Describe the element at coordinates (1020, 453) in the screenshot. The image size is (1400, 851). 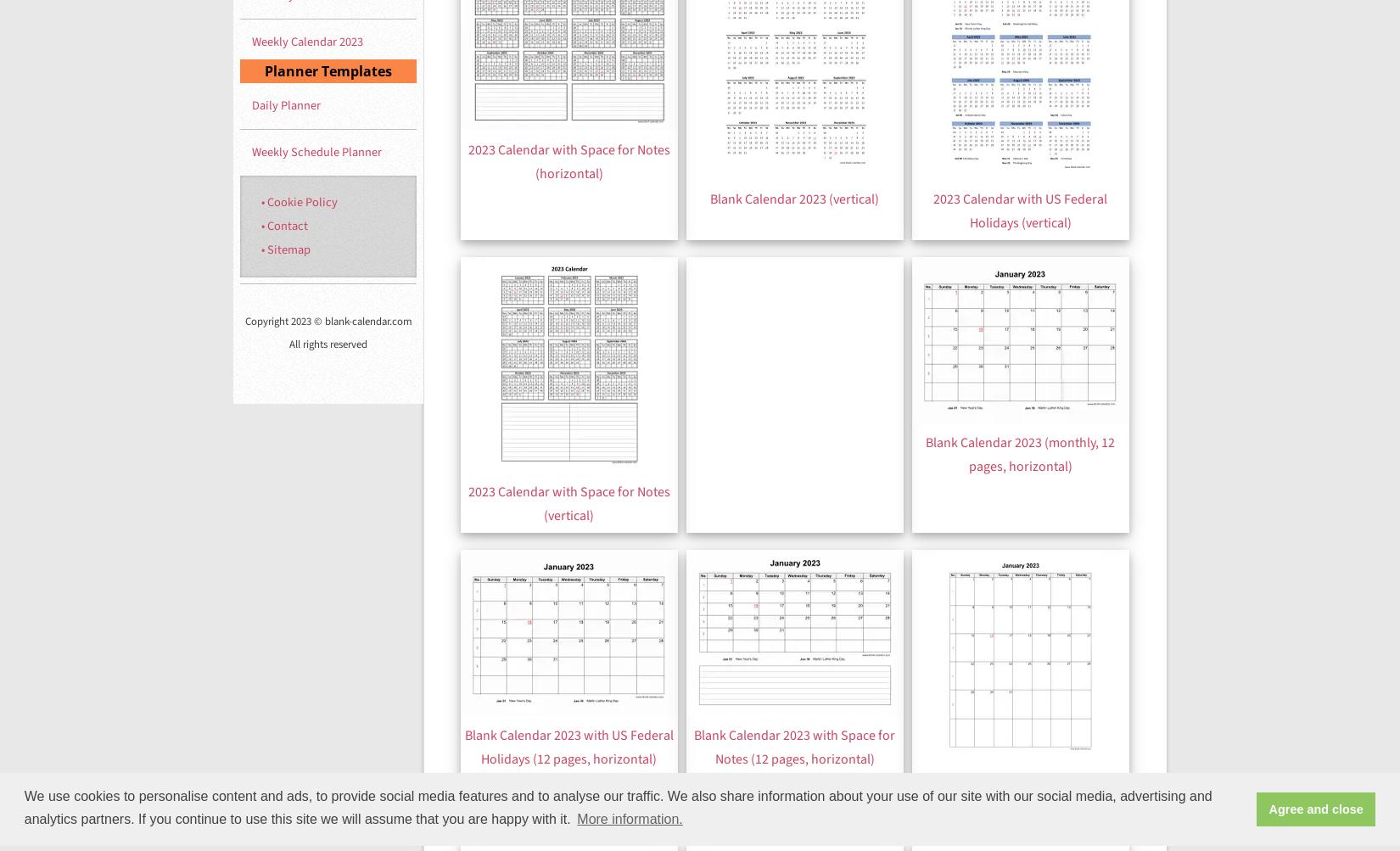
I see `'Blank Calendar 2023 (monthly, 12 pages, horizontal)'` at that location.